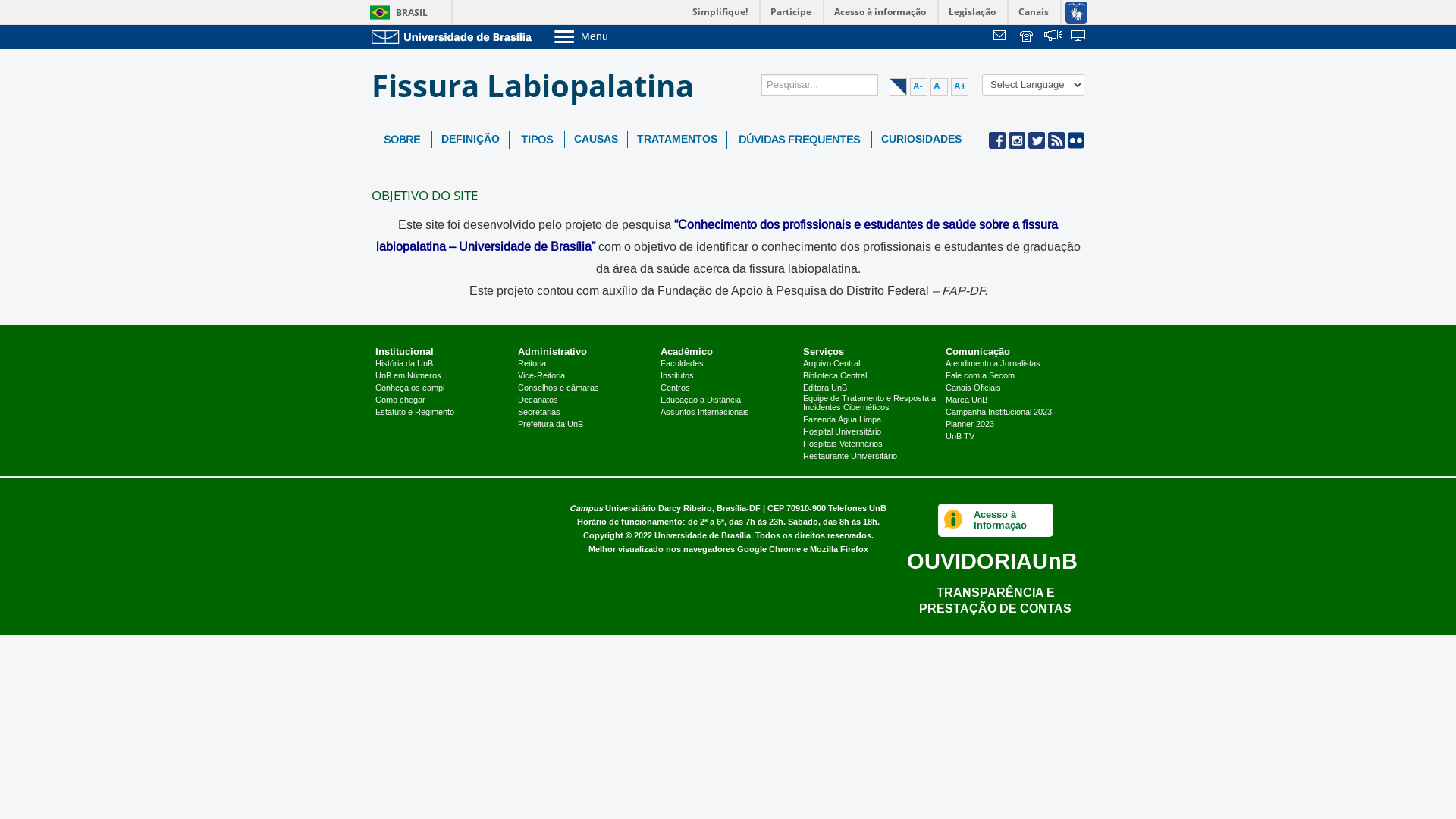  Describe the element at coordinates (959, 86) in the screenshot. I see `'A+'` at that location.